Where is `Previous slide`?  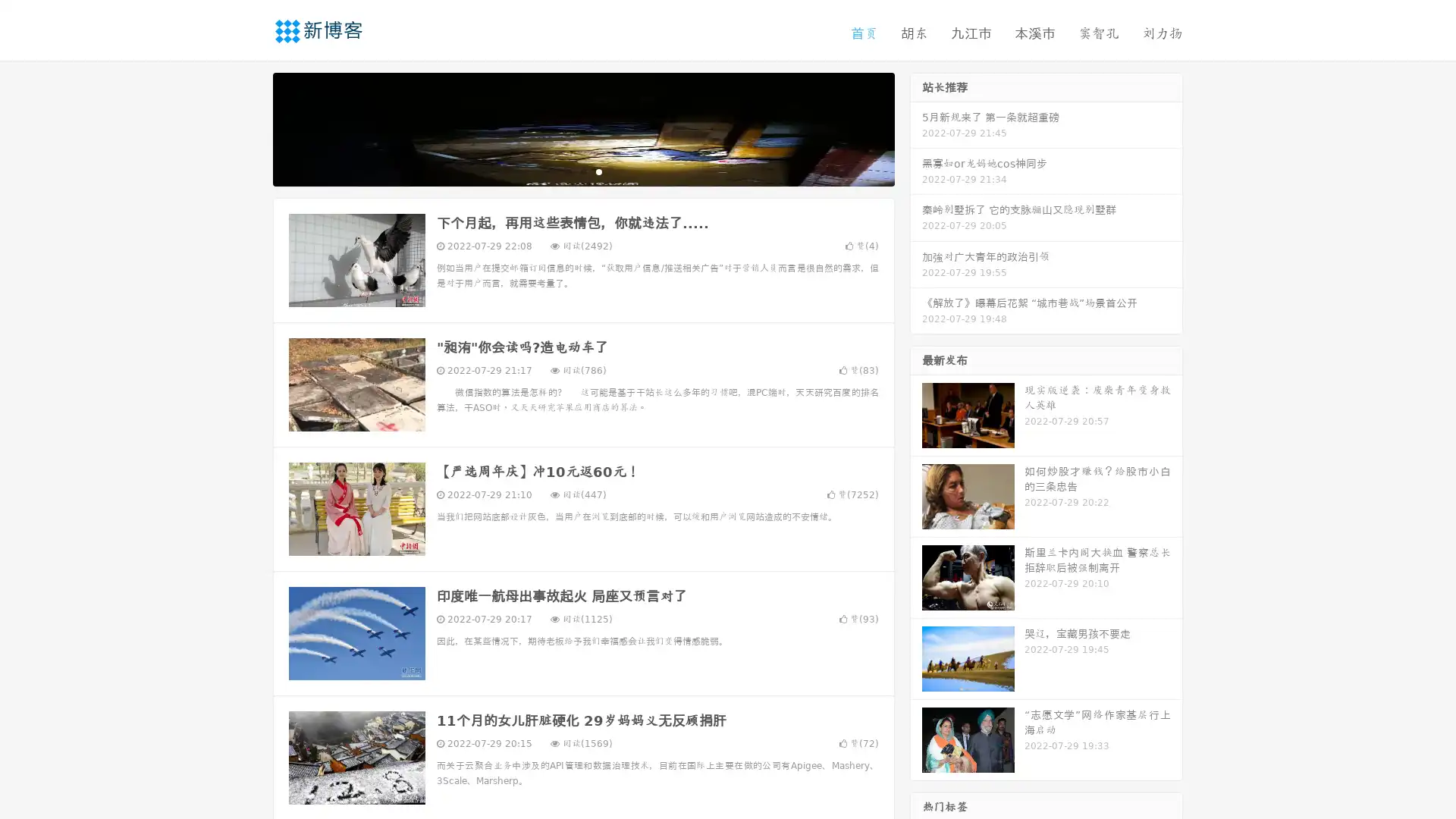
Previous slide is located at coordinates (250, 127).